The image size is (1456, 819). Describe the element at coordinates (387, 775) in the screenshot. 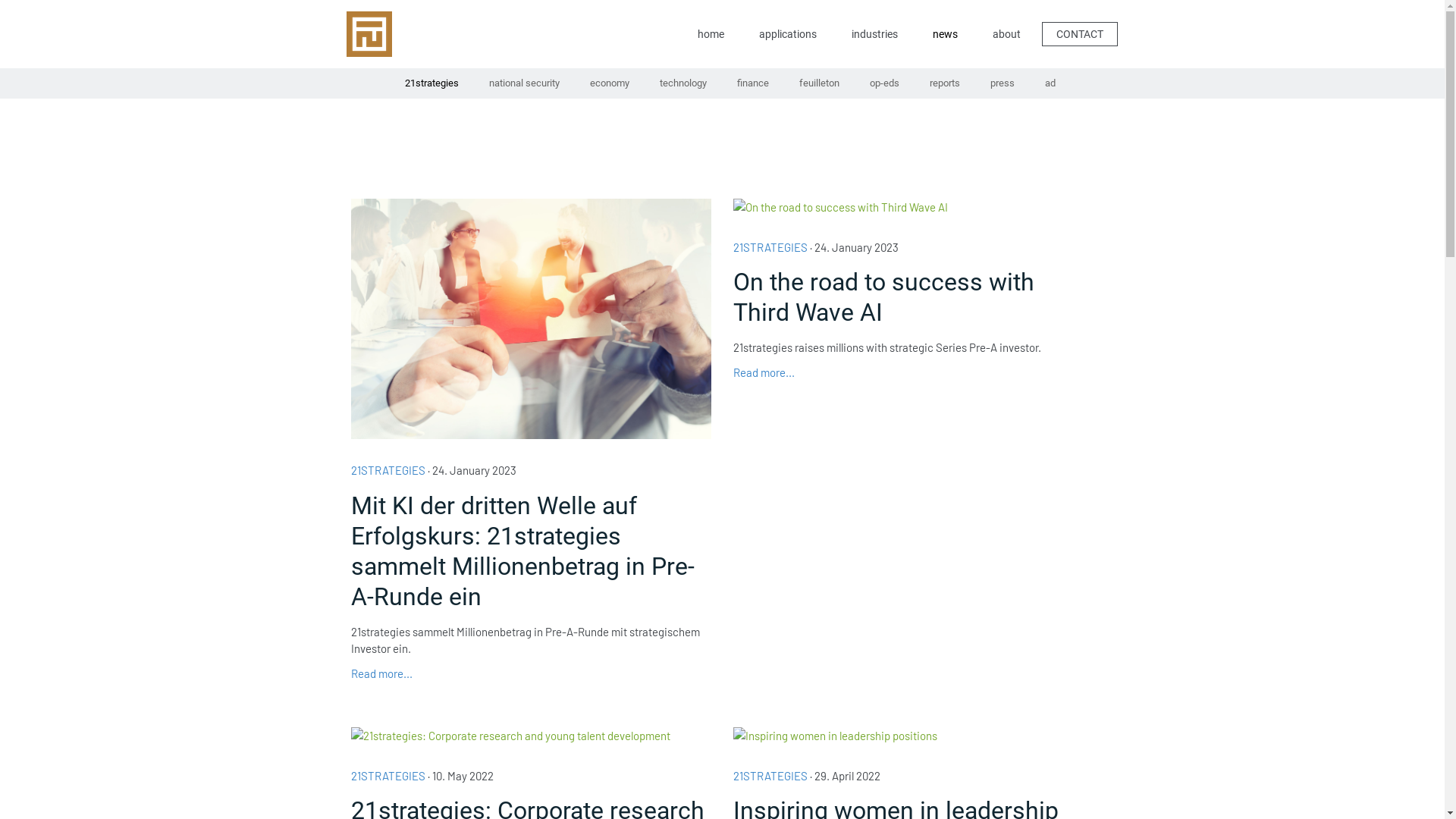

I see `'21STRATEGIES'` at that location.